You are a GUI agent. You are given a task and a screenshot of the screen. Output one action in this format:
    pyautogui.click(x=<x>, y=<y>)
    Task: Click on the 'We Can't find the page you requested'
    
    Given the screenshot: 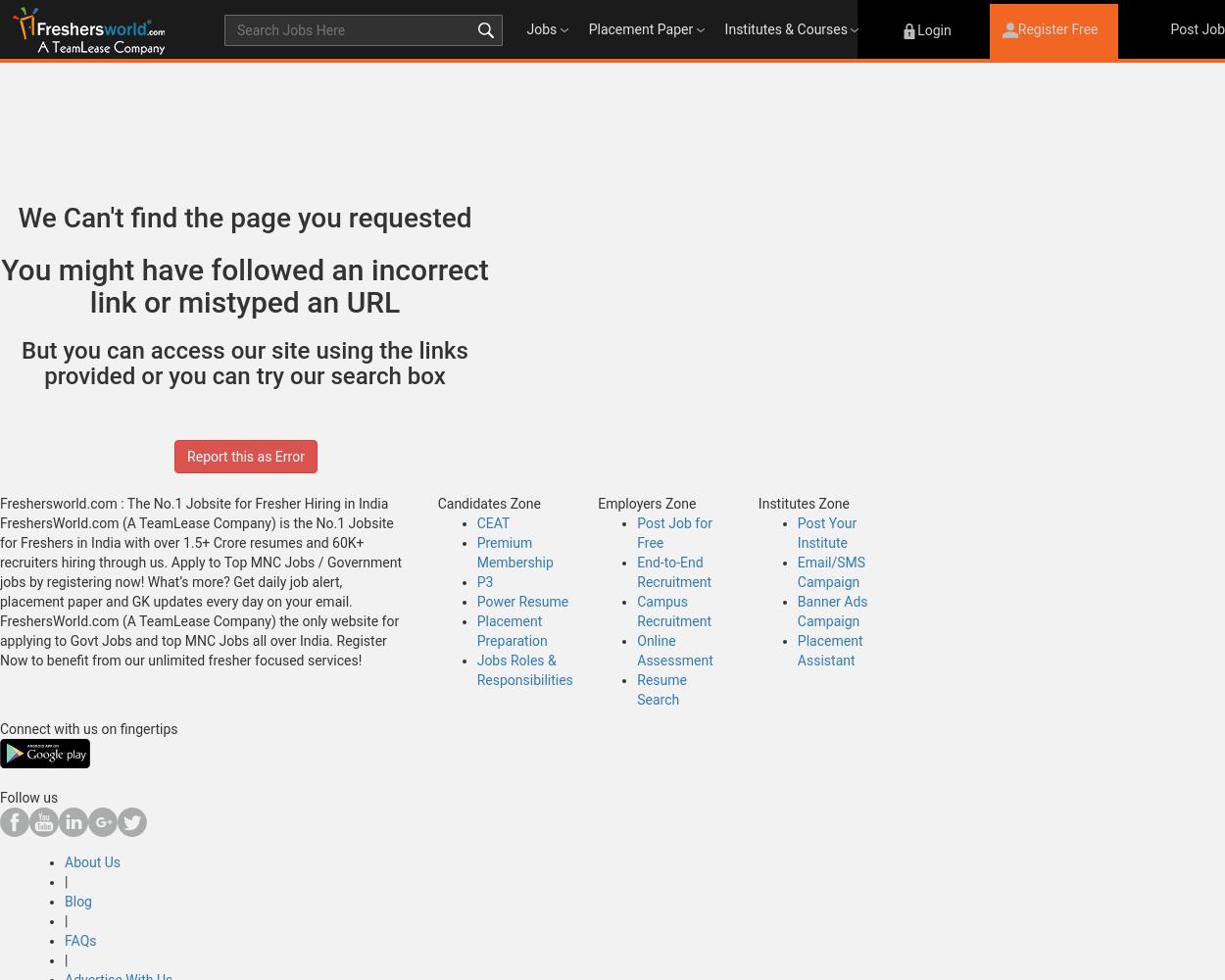 What is the action you would take?
    pyautogui.click(x=18, y=216)
    